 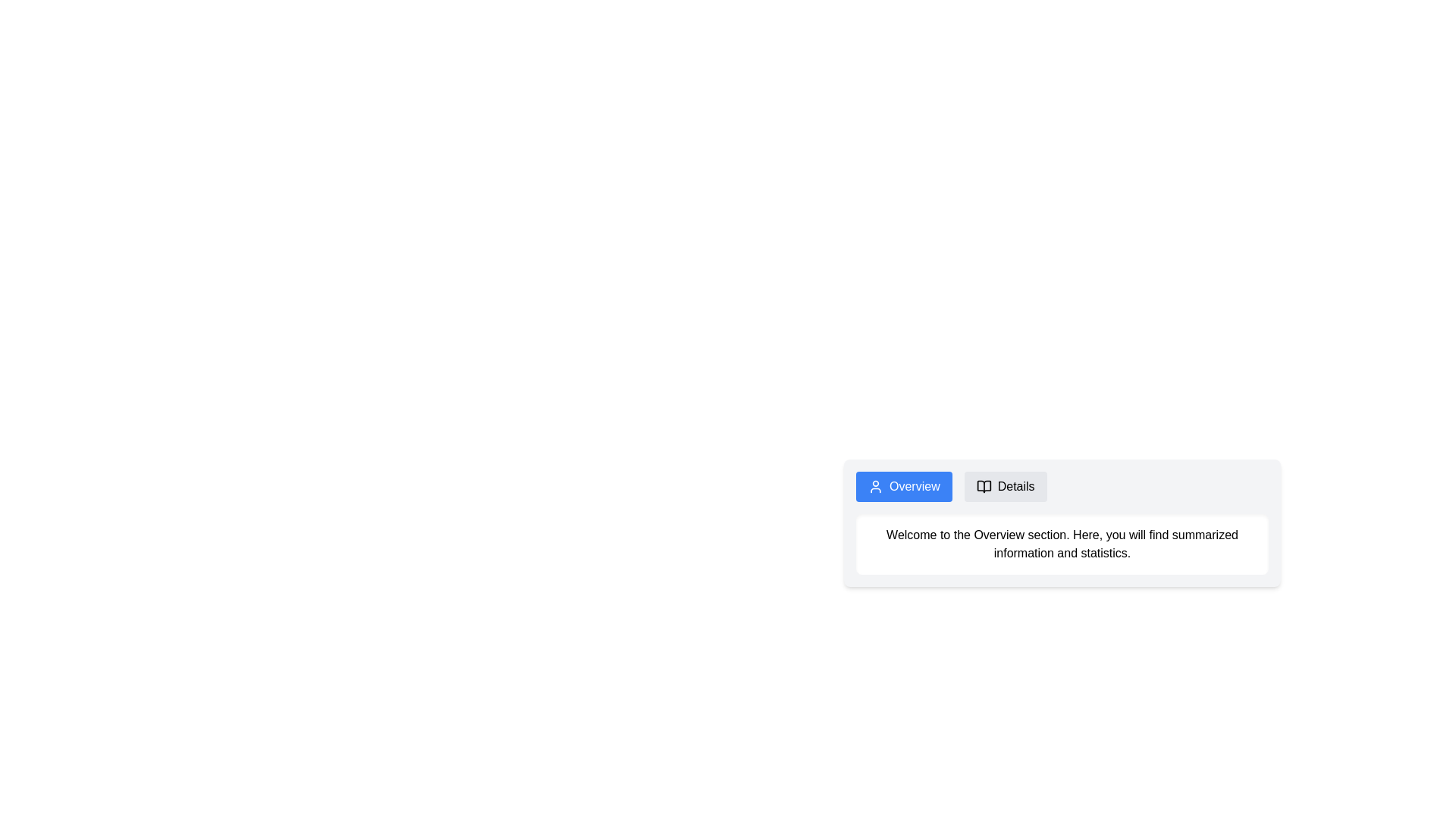 What do you see at coordinates (904, 486) in the screenshot?
I see `the blue rectangular button with rounded corners labeled 'Overview'` at bounding box center [904, 486].